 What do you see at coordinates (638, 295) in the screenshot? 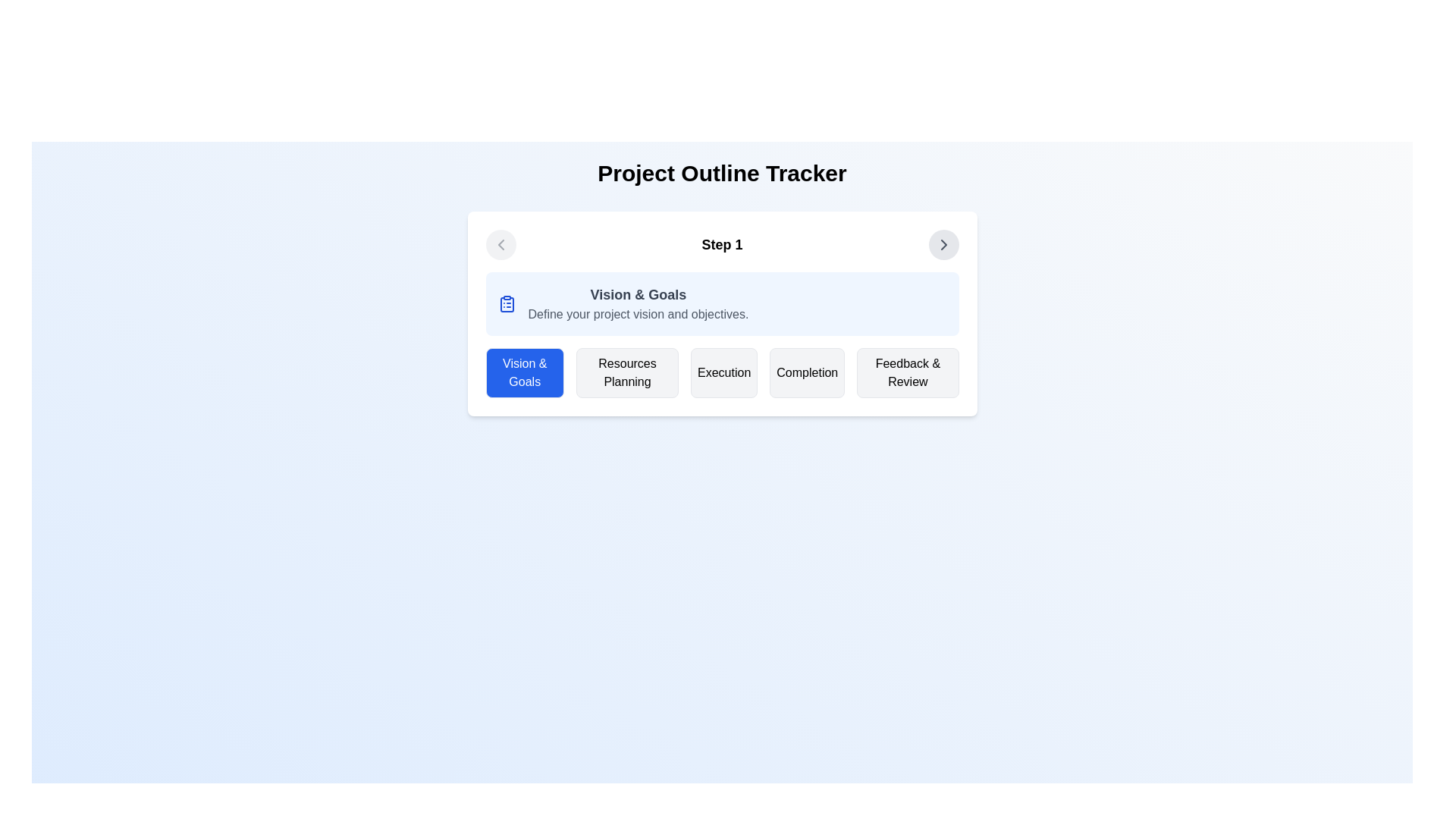
I see `the text heading that summarizes the topic of the current step in the project outline tracker, located in the 'Step 1' section` at bounding box center [638, 295].